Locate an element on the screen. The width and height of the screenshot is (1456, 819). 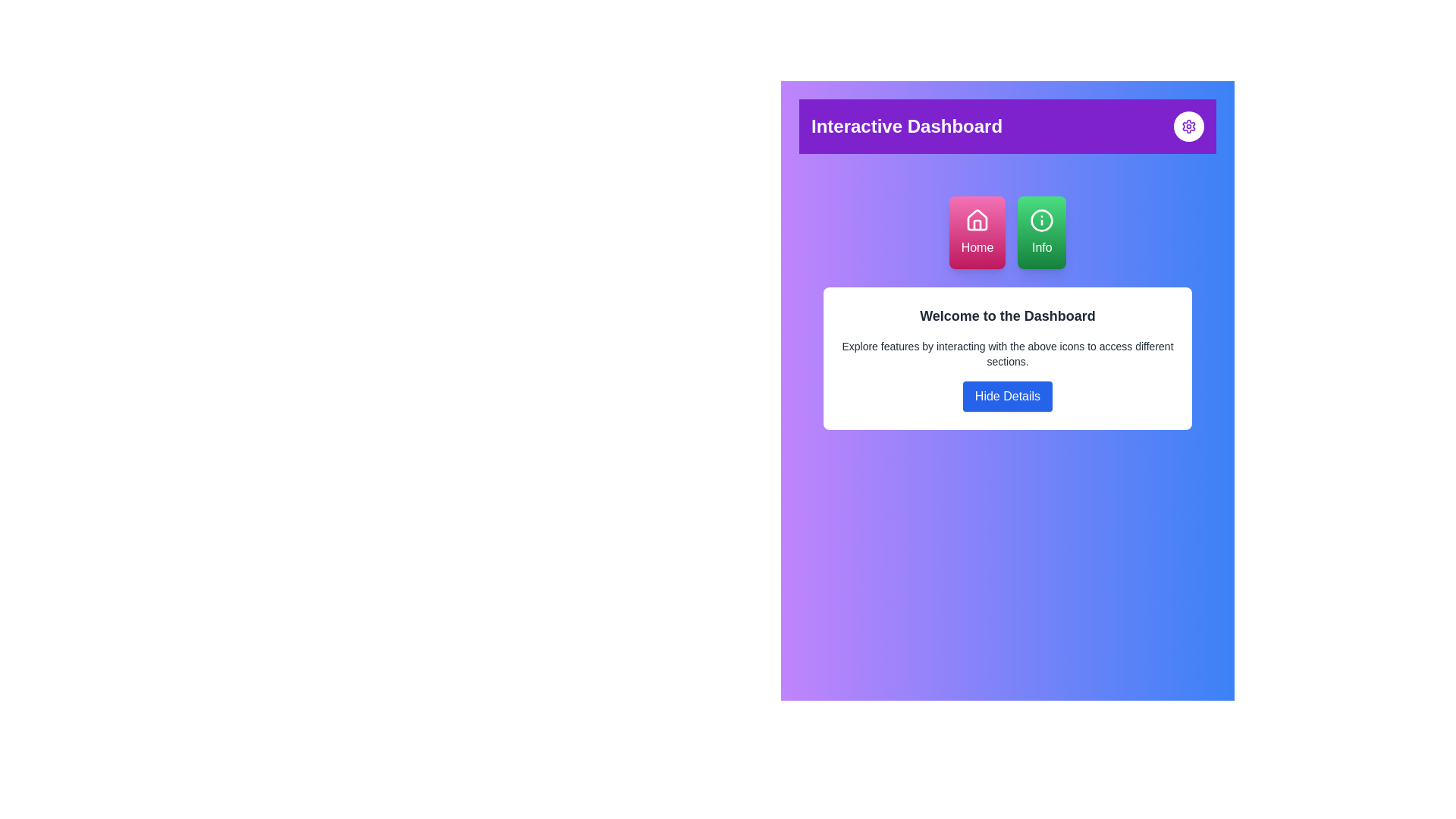
the 'Hide Details' button, which is a rectangular button with rounded corners, white text on a blue background, positioned below the text 'Explore features by interacting with the above icons is located at coordinates (1008, 396).